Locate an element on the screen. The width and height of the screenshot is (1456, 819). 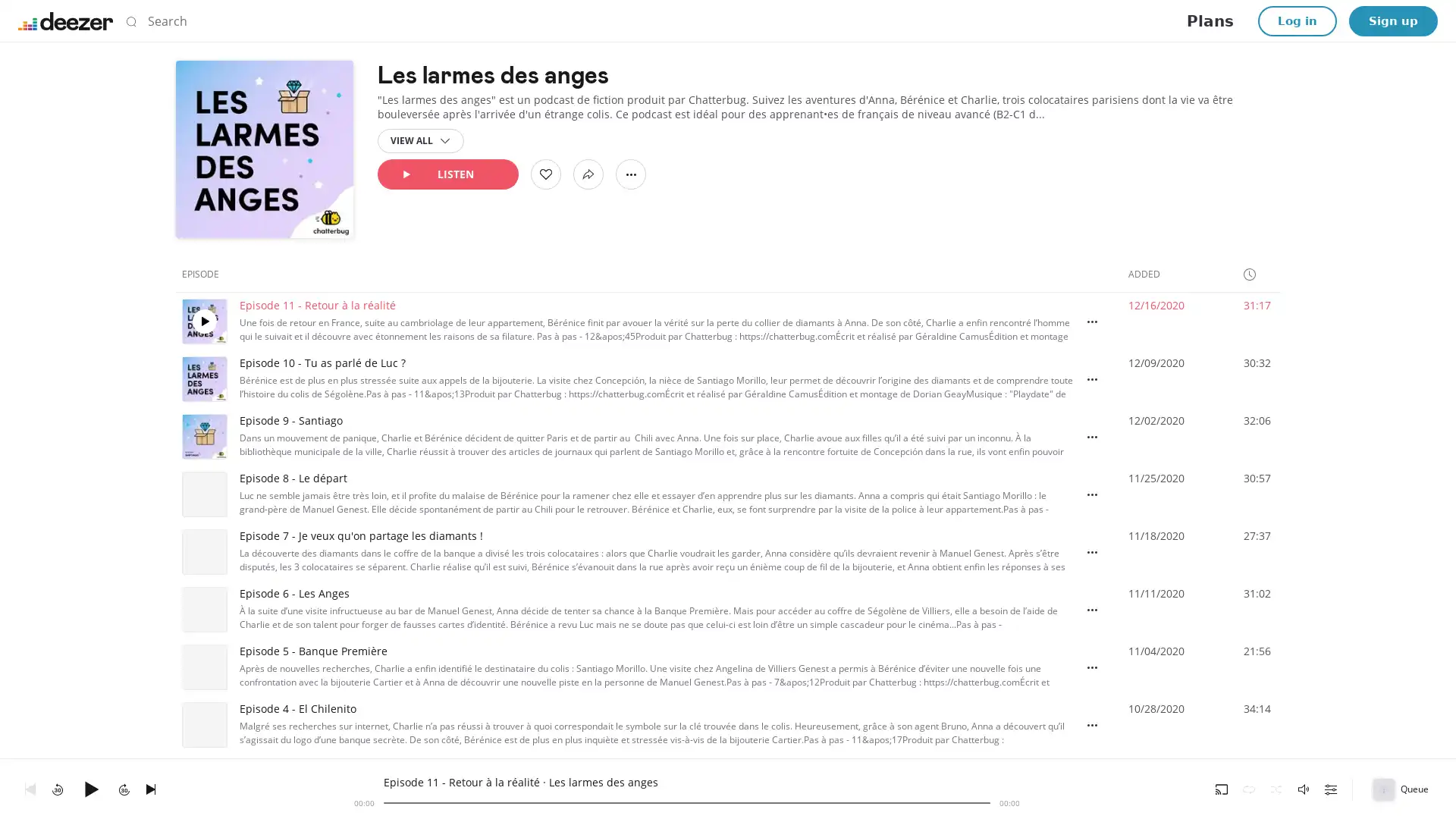
EPISODE is located at coordinates (206, 274).